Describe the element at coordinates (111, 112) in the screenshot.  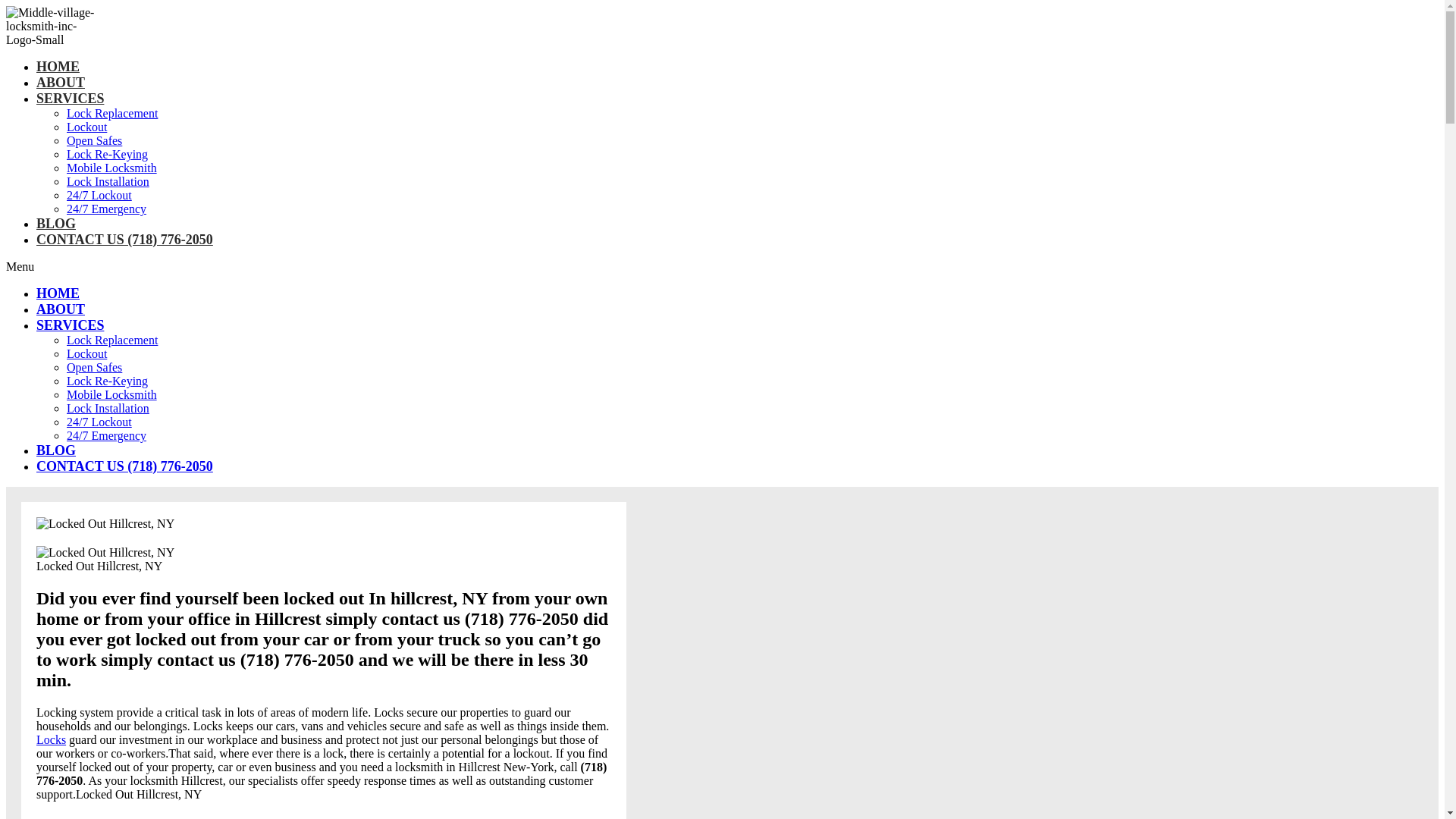
I see `'Lock Replacement'` at that location.